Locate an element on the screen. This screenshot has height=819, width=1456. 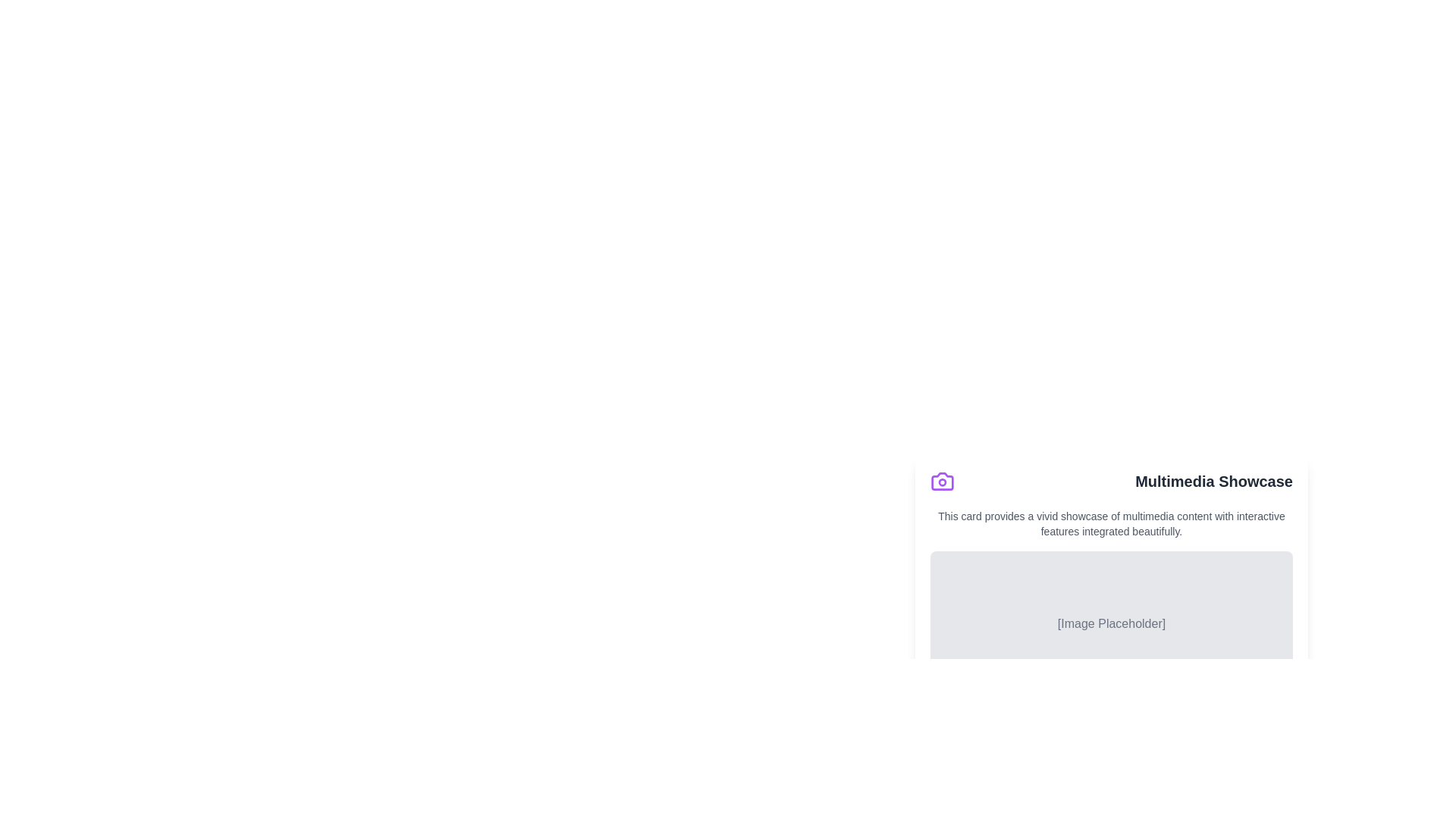
text content from the text label displaying 'Multimedia Showcase', which is bold and large, located in the upper section of a card layout, to the right of a purple camera icon is located at coordinates (1214, 482).